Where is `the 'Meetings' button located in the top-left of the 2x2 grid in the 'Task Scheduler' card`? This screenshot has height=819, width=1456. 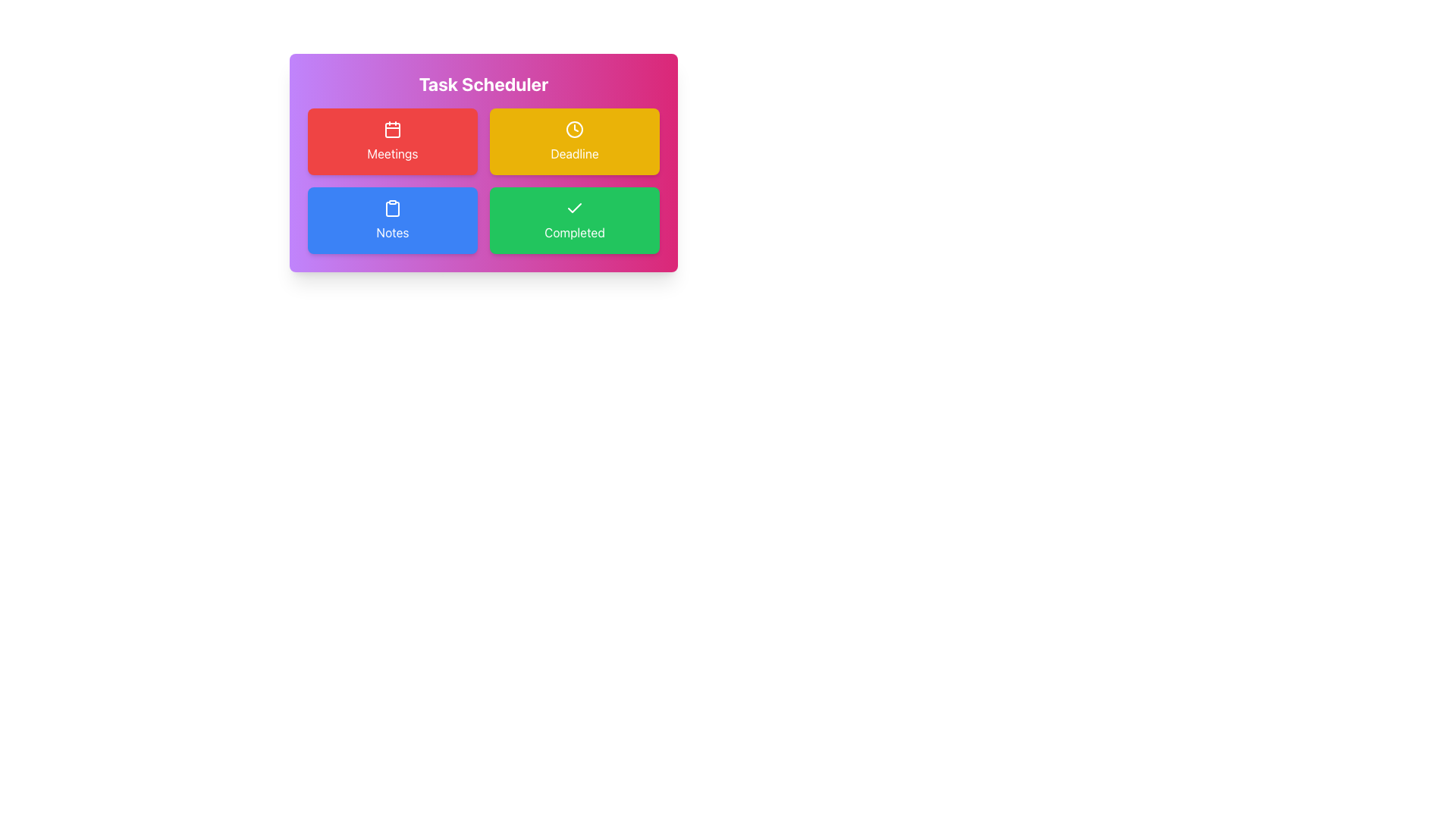
the 'Meetings' button located in the top-left of the 2x2 grid in the 'Task Scheduler' card is located at coordinates (393, 141).